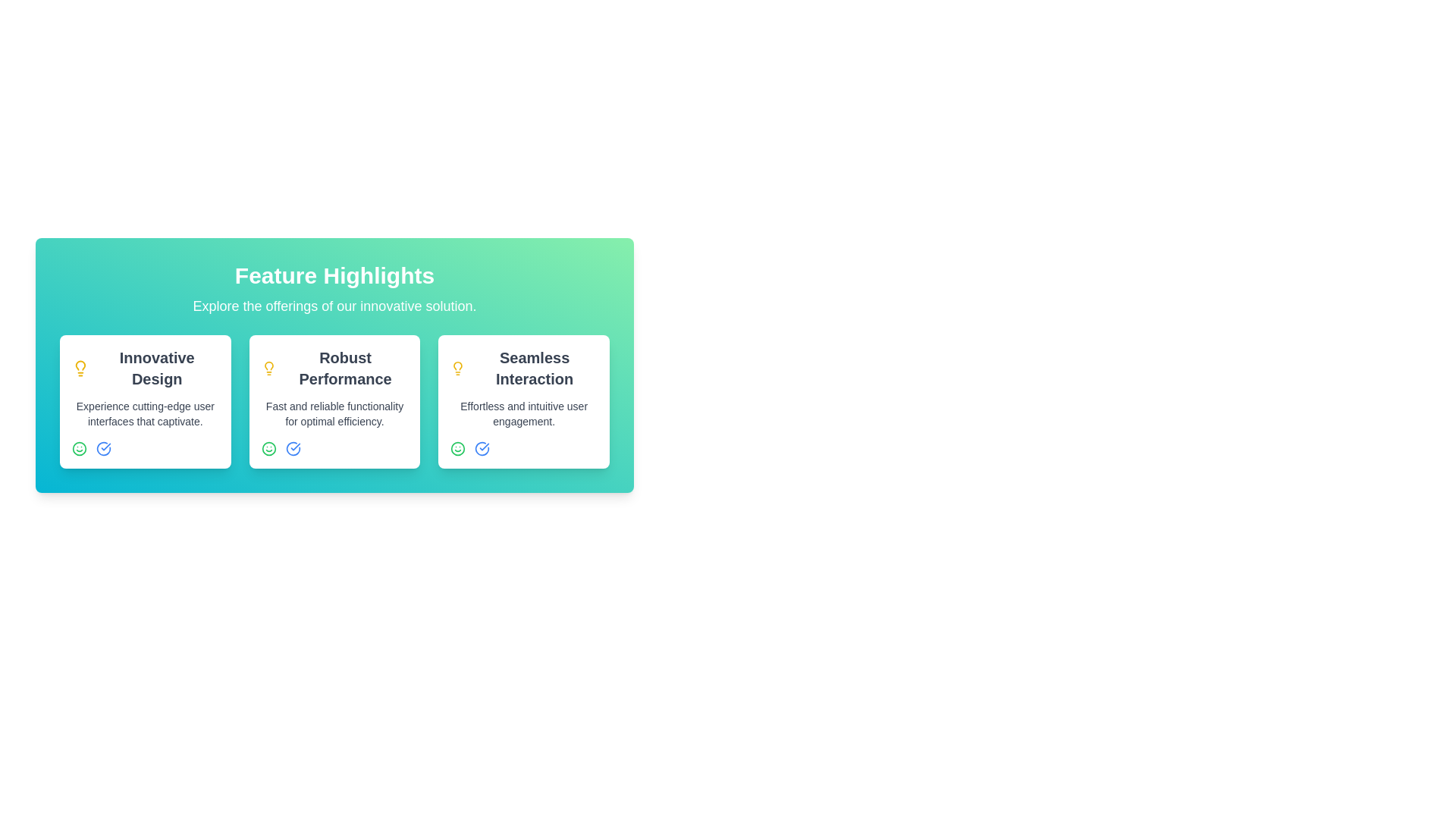 This screenshot has height=819, width=1456. Describe the element at coordinates (293, 447) in the screenshot. I see `the decorative icon representing the 'Robust Performance' feature, located below the main text content within its card` at that location.